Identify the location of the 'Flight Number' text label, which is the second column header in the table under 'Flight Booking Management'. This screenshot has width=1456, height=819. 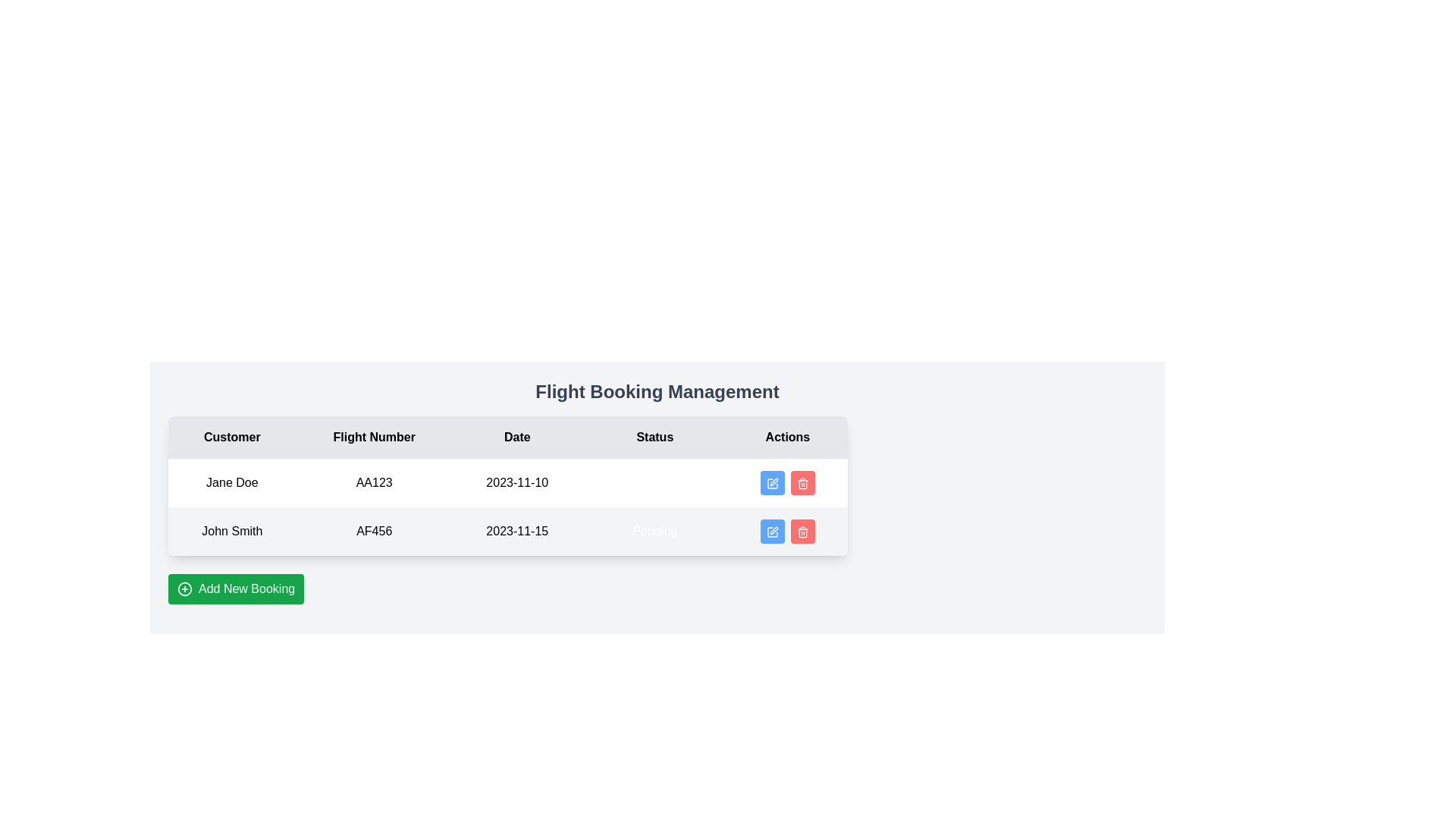
(374, 438).